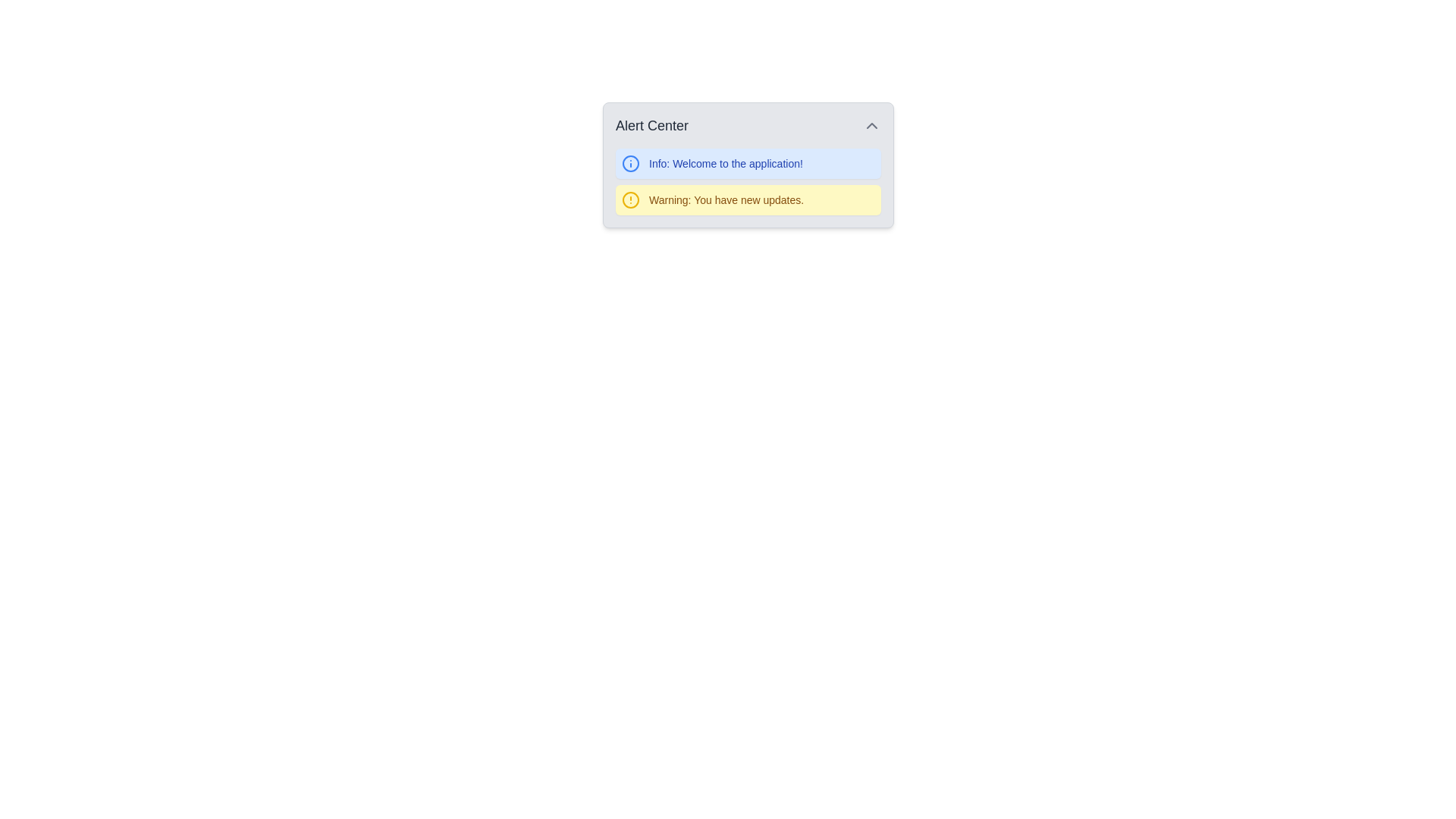 This screenshot has width=1456, height=819. I want to click on text content of the notification banner displaying 'Info: Welcome to the application!' which is styled with a blue background and contains an information icon on the left, so click(748, 164).